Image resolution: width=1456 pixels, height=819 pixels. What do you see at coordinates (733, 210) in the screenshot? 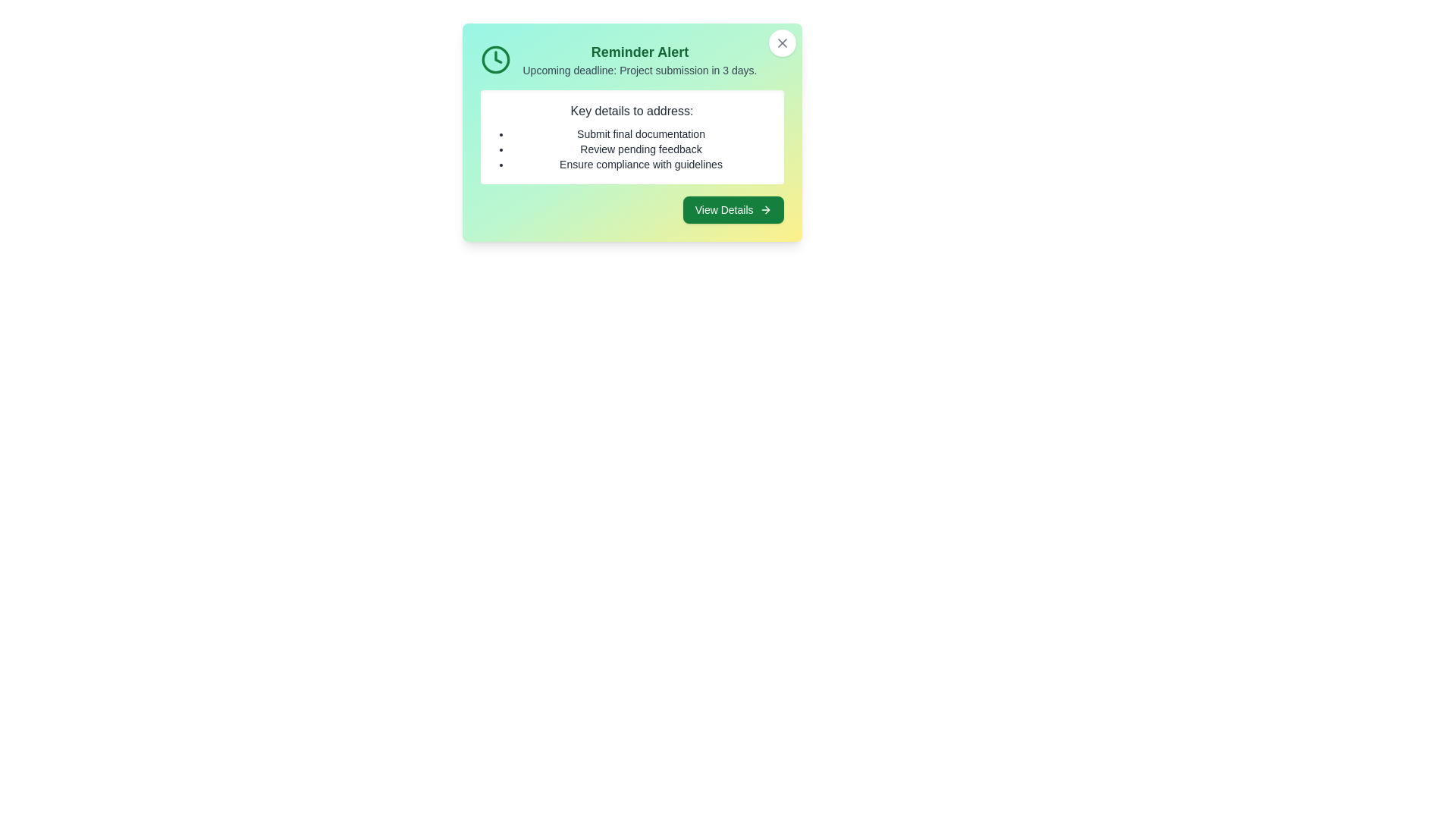
I see `the 'View Details' button to view more information about the notification` at bounding box center [733, 210].